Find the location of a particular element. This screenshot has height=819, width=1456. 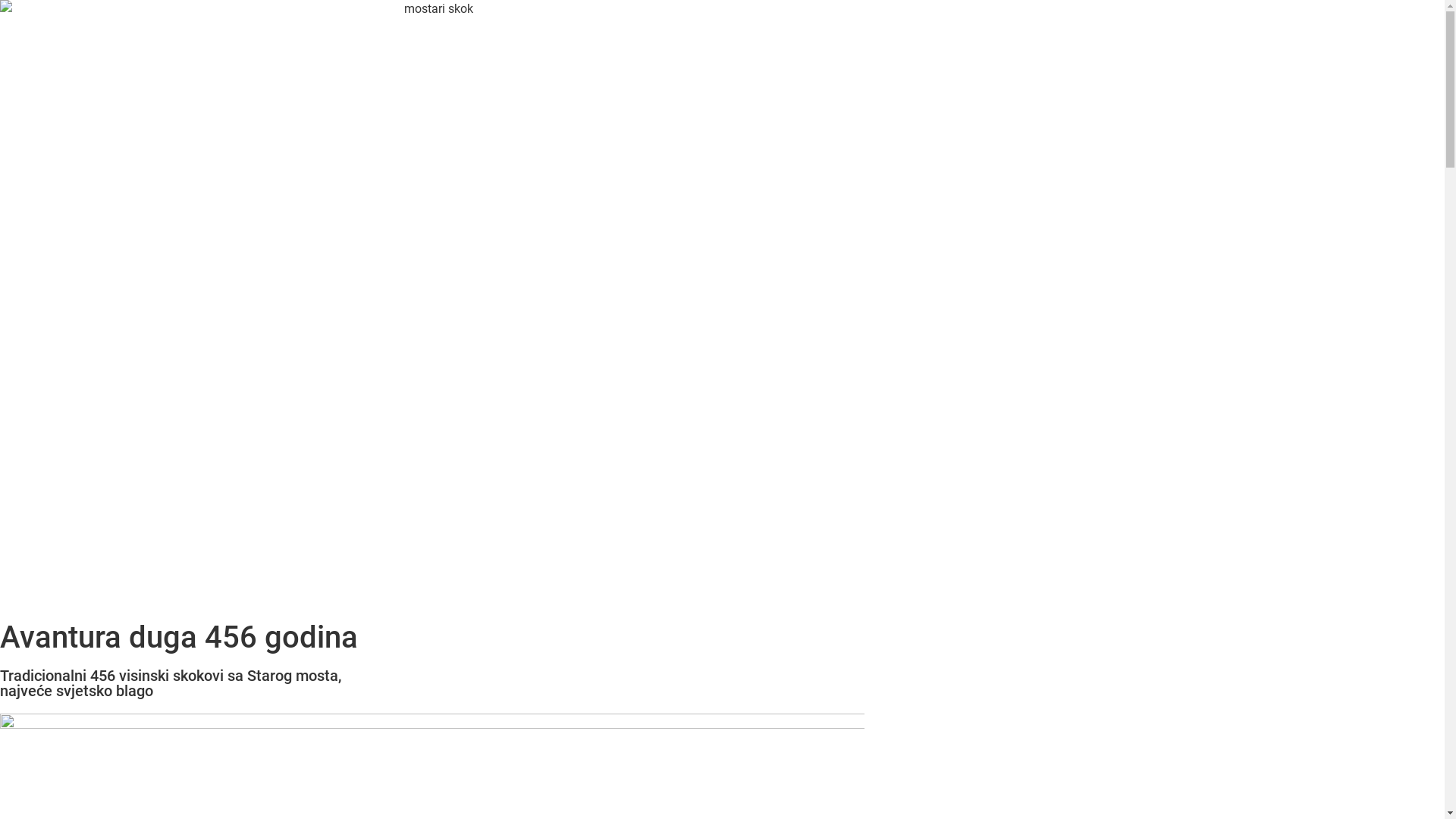

'Skip to content' is located at coordinates (0, 0).